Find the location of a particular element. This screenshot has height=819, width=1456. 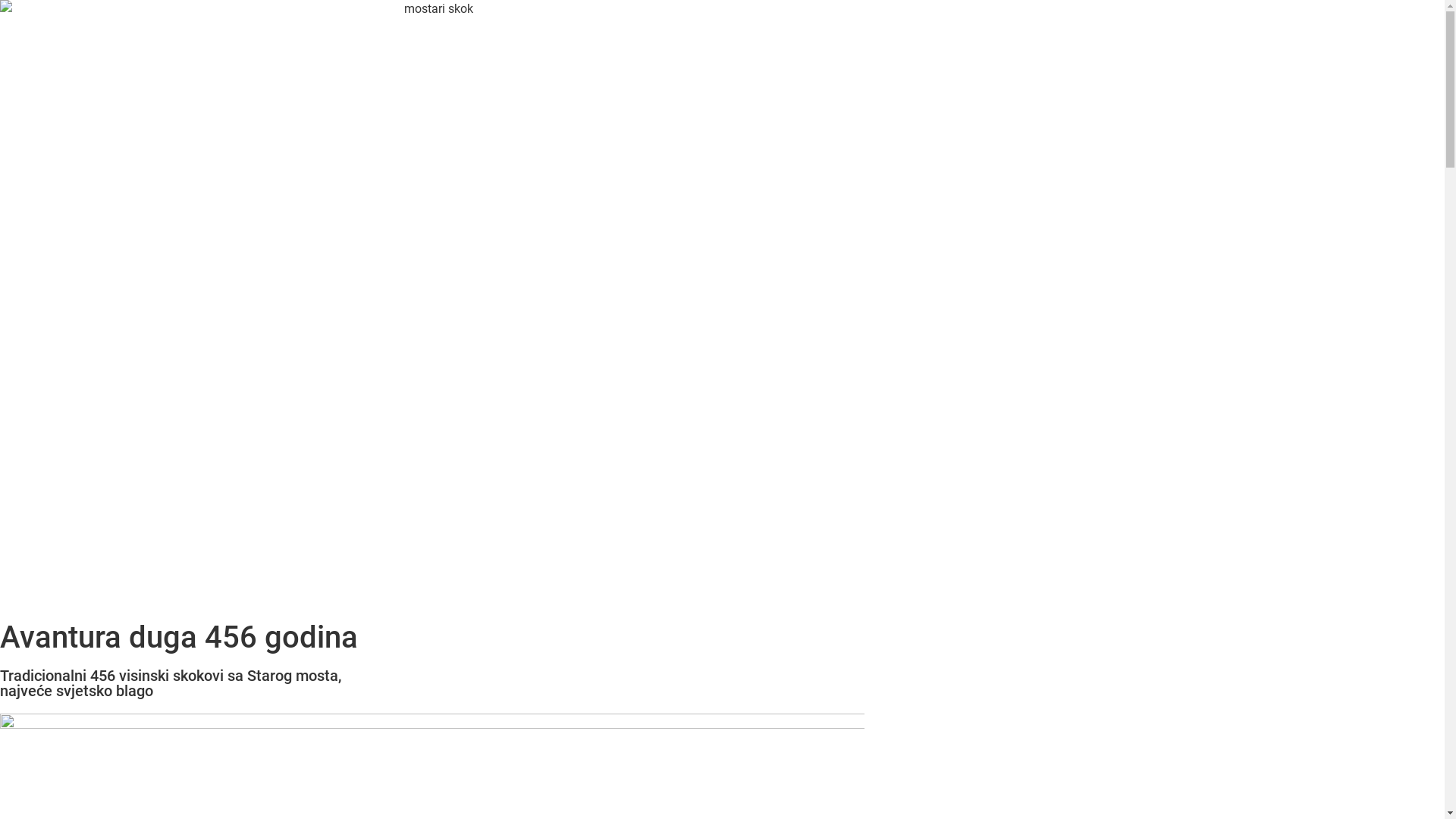

'Skip to content' is located at coordinates (0, 0).